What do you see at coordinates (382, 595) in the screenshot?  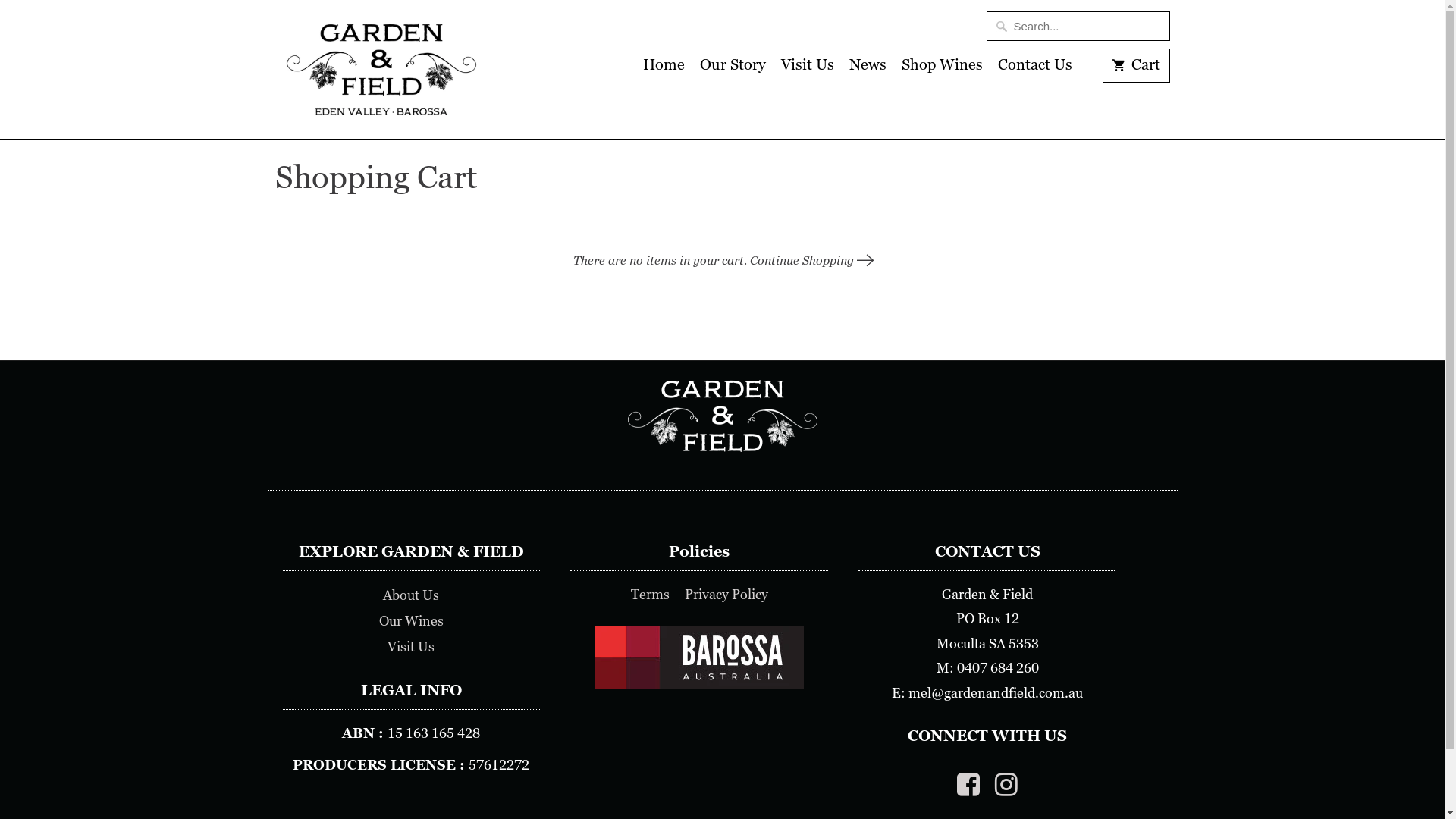 I see `'About Us'` at bounding box center [382, 595].